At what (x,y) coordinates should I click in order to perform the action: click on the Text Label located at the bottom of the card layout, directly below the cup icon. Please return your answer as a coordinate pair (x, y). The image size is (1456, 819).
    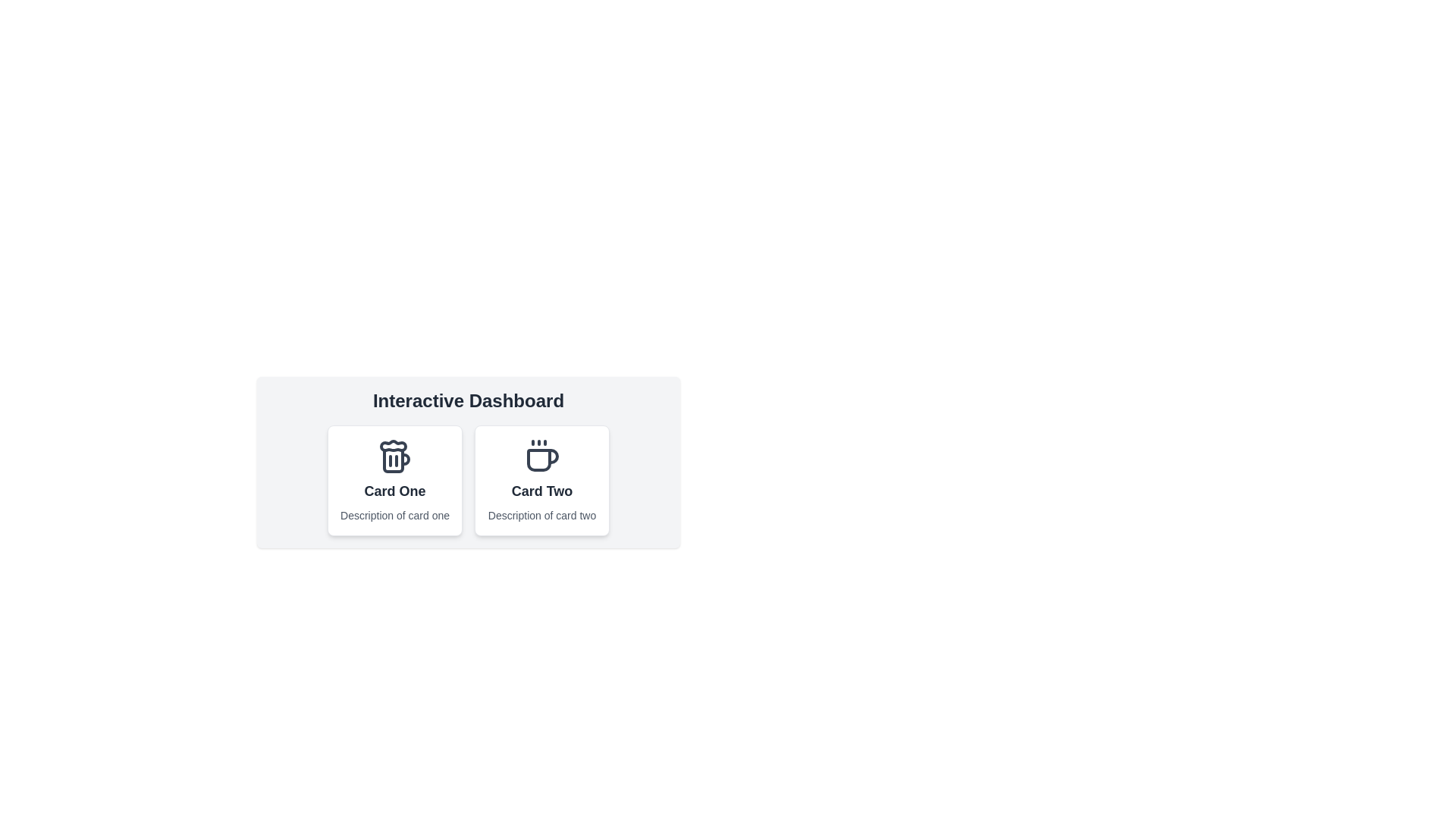
    Looking at the image, I should click on (542, 491).